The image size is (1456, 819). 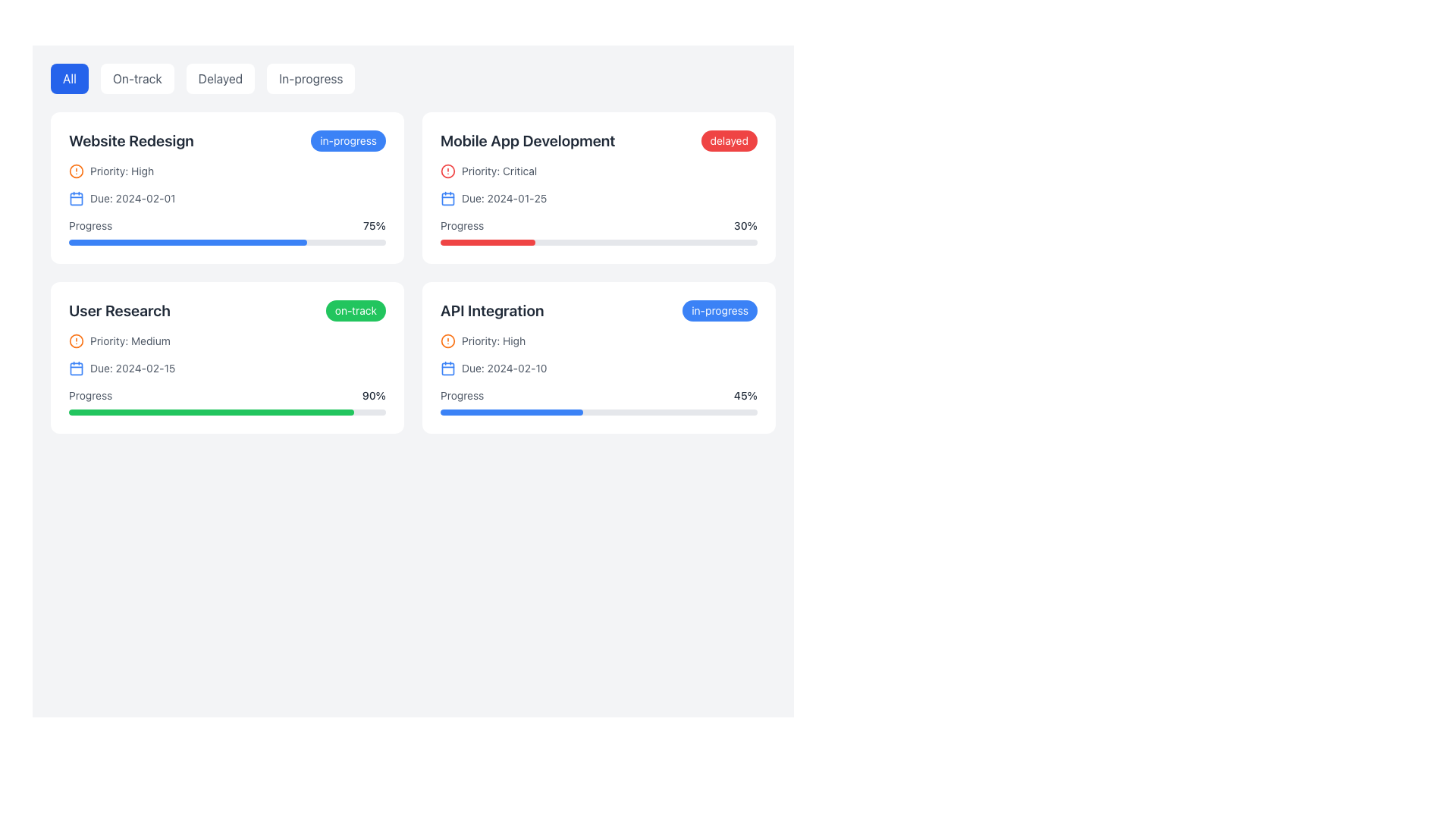 I want to click on informational text component that displays the label 'Progress' and the percentage '30%' located above the red progress bar in the 'Mobile App Development' card, so click(x=598, y=225).